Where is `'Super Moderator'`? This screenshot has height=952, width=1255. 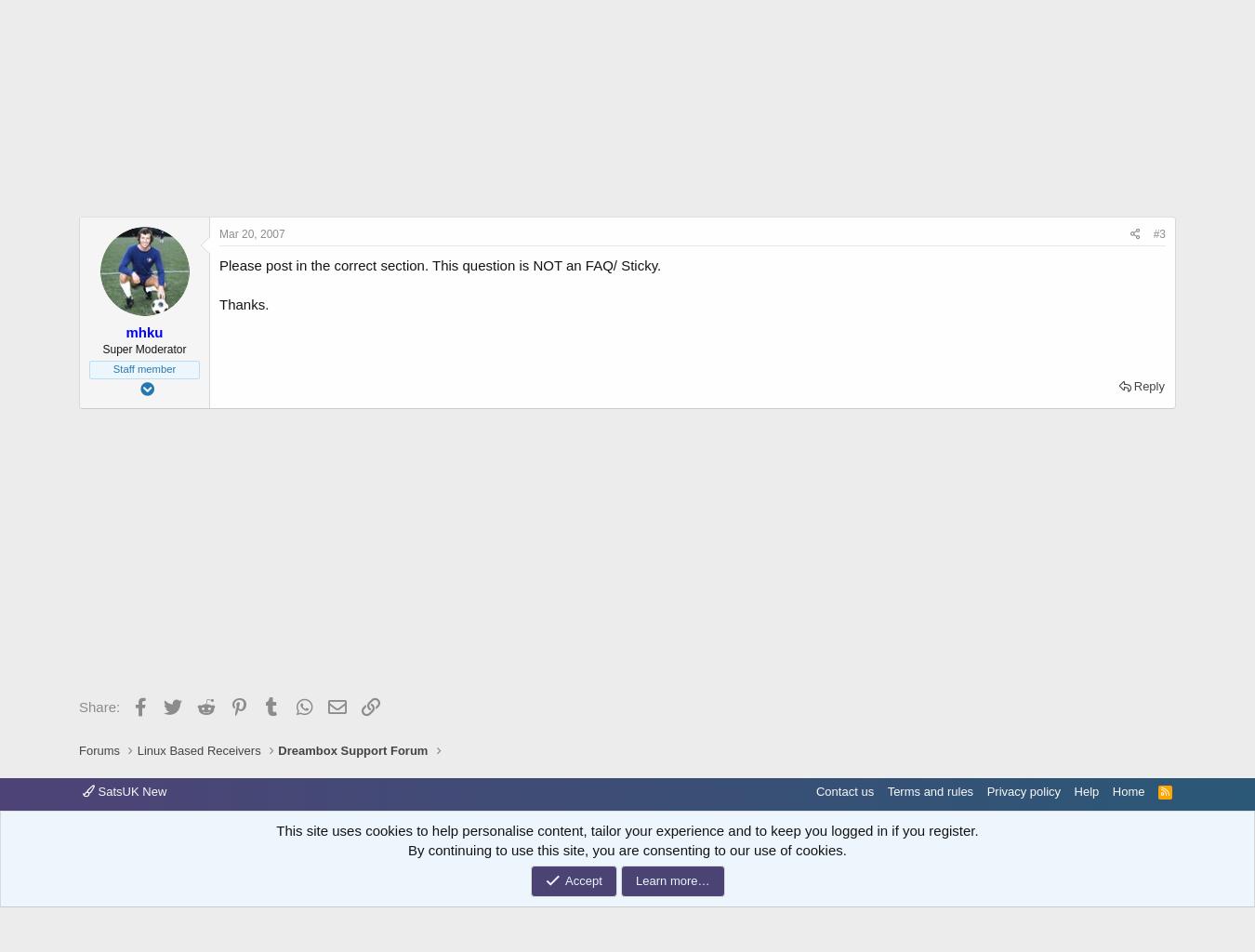 'Super Moderator' is located at coordinates (143, 350).